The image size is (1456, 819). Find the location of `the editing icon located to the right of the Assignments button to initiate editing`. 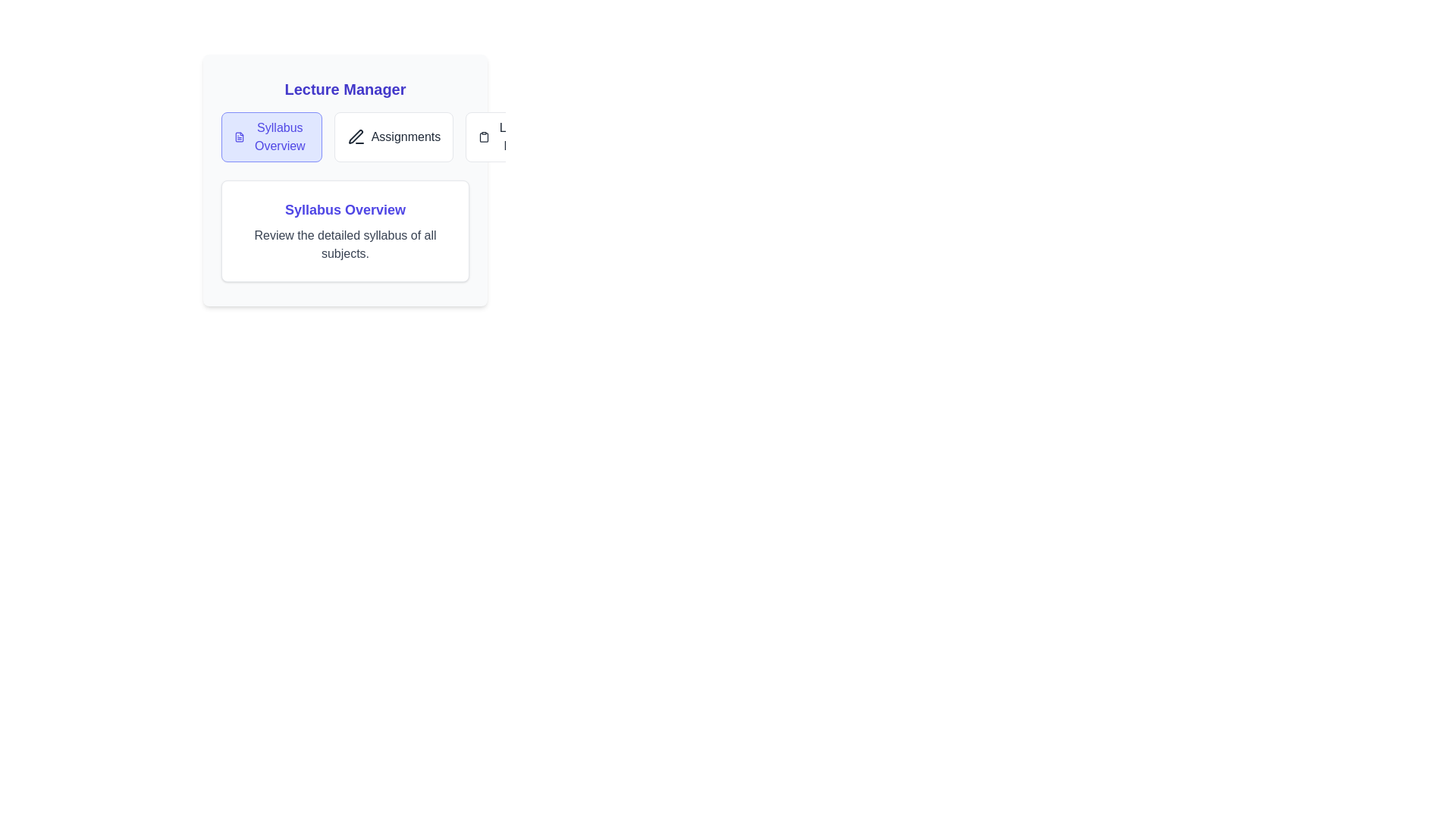

the editing icon located to the right of the Assignments button to initiate editing is located at coordinates (355, 136).